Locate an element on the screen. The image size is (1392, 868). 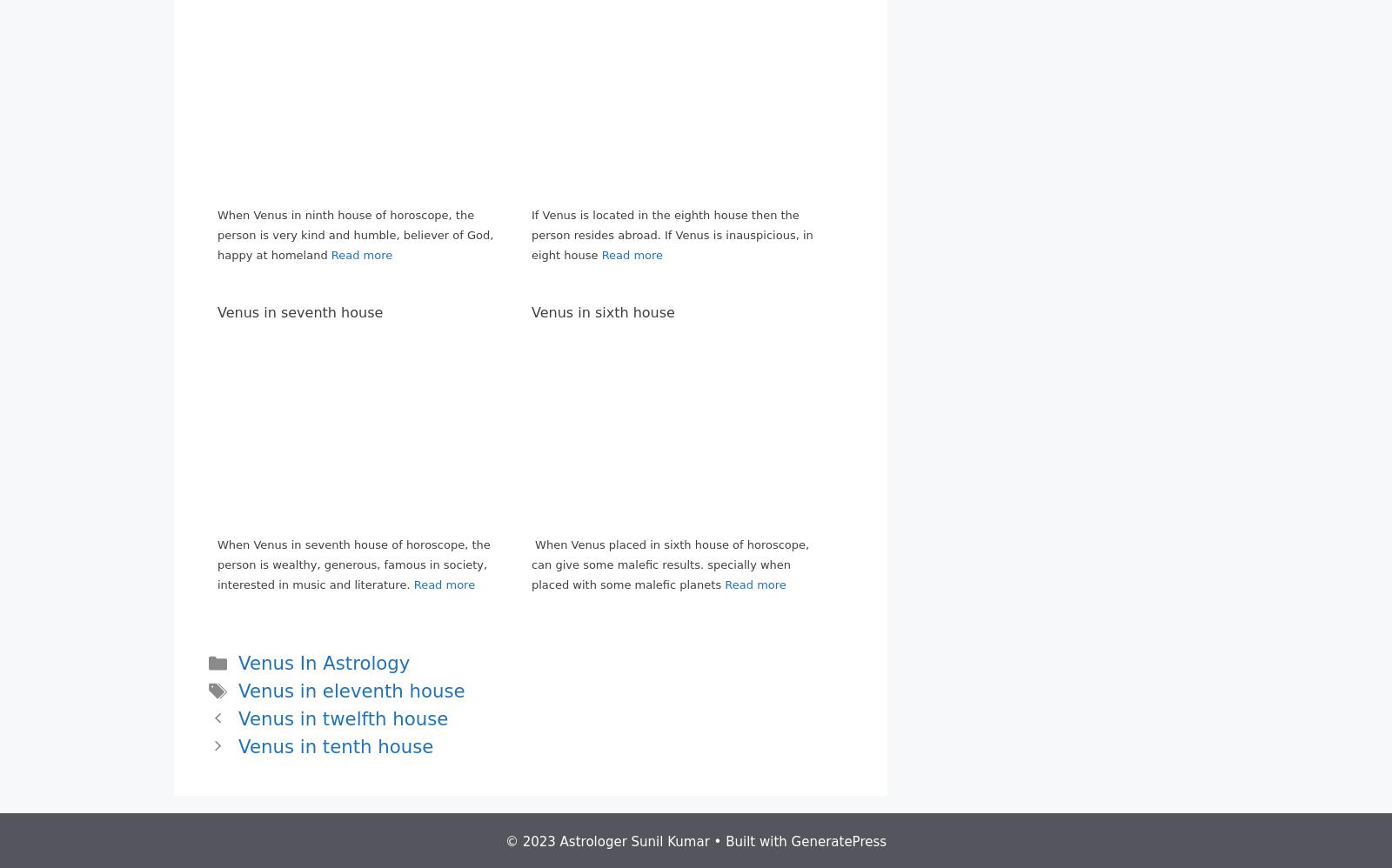
'Venus in eleventh house' is located at coordinates (351, 690).